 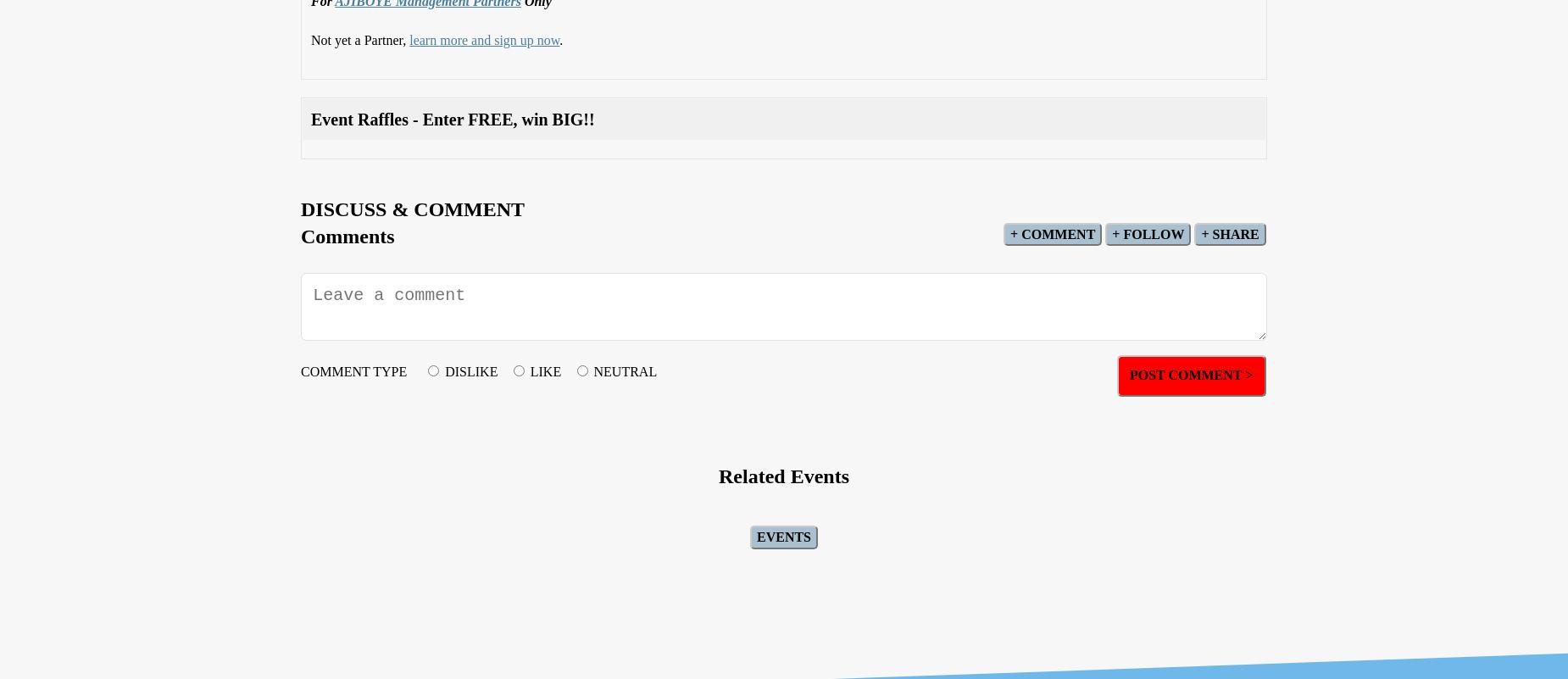 I want to click on '.', so click(x=560, y=38).